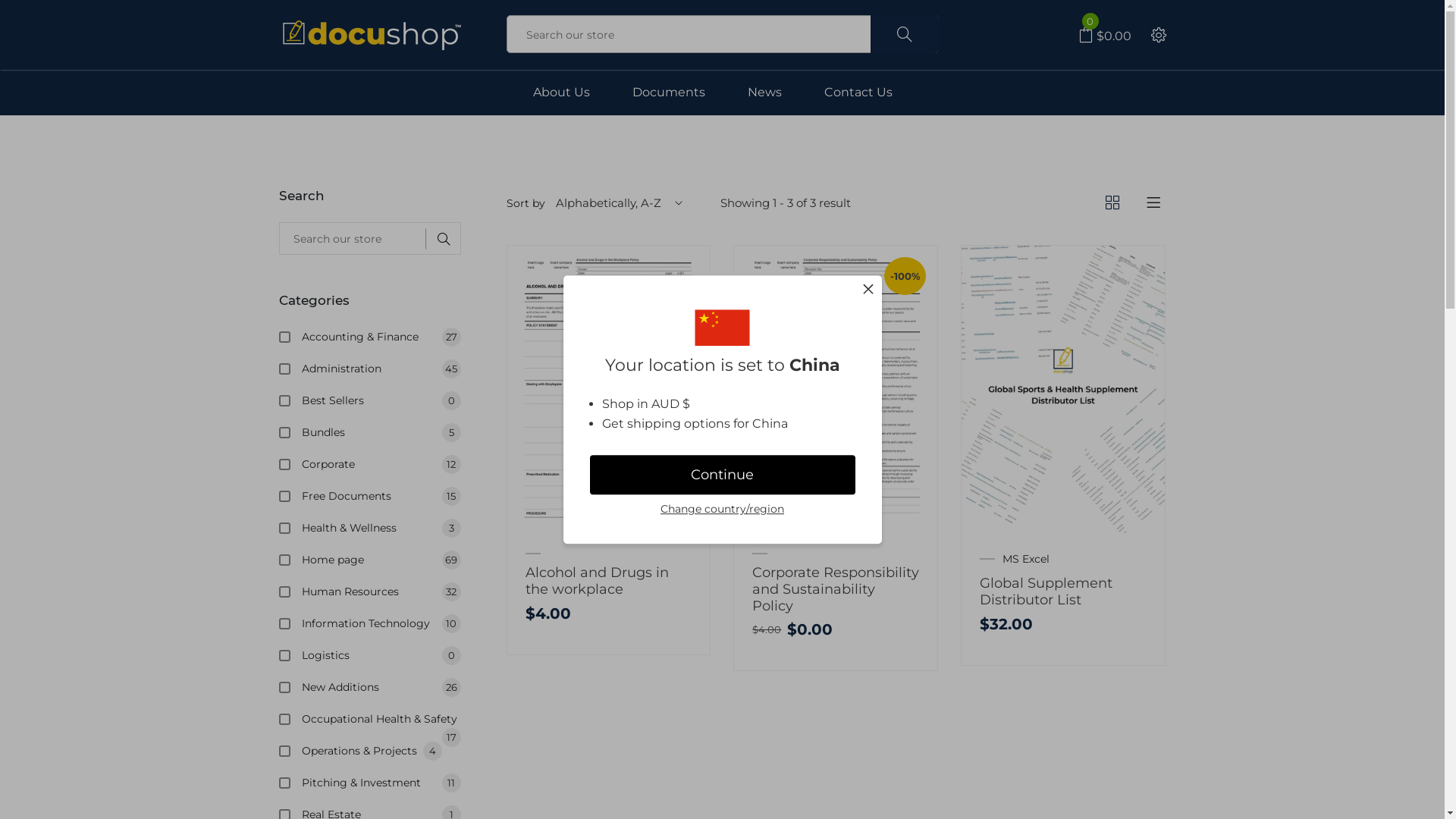 Image resolution: width=1456 pixels, height=819 pixels. I want to click on '0, so click(1105, 35).